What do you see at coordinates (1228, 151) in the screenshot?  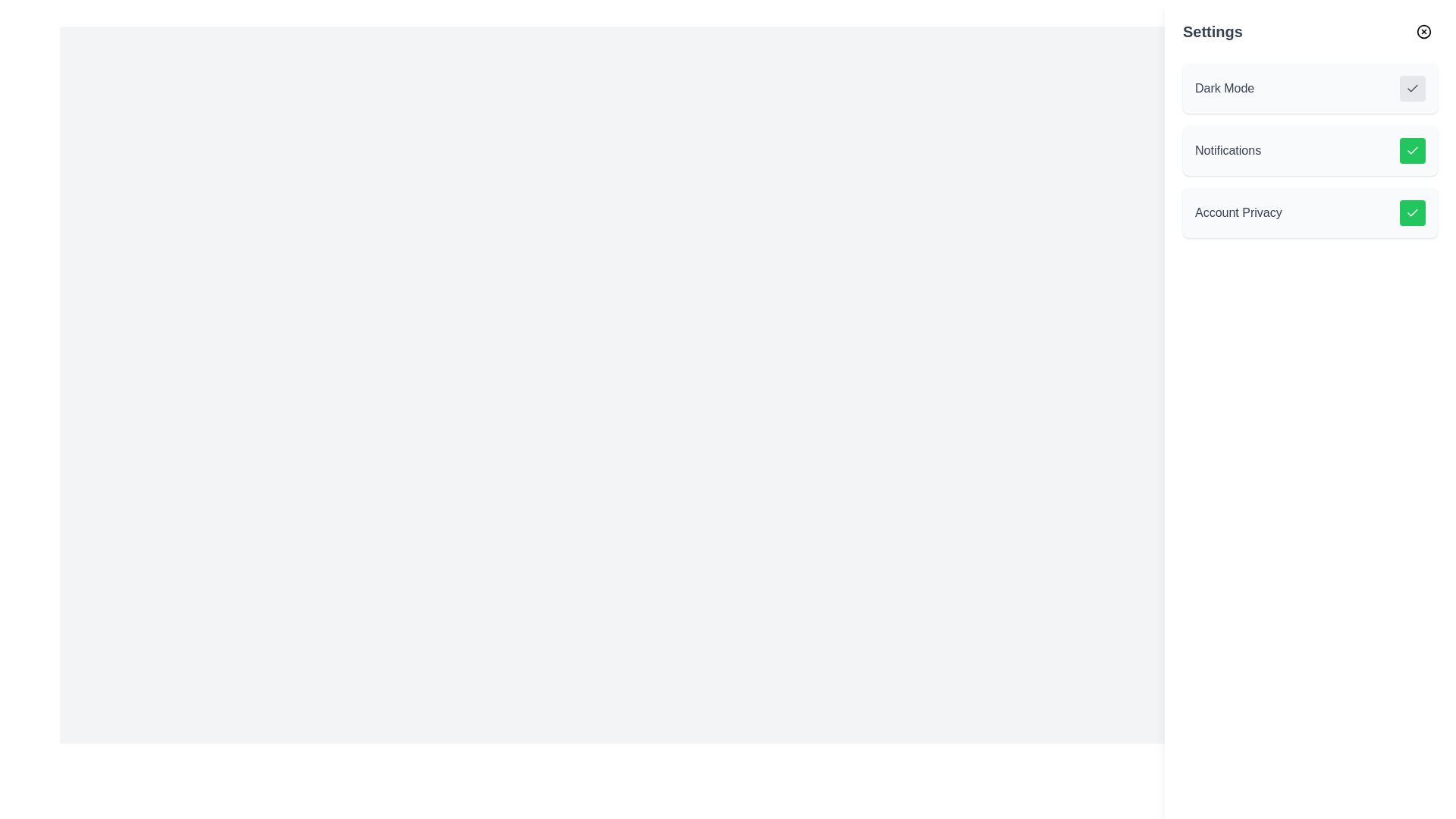 I see `the Text label that controls notifications, which is positioned within the settings panel on the right side of the page, aligned to the left of a green checkmark button` at bounding box center [1228, 151].